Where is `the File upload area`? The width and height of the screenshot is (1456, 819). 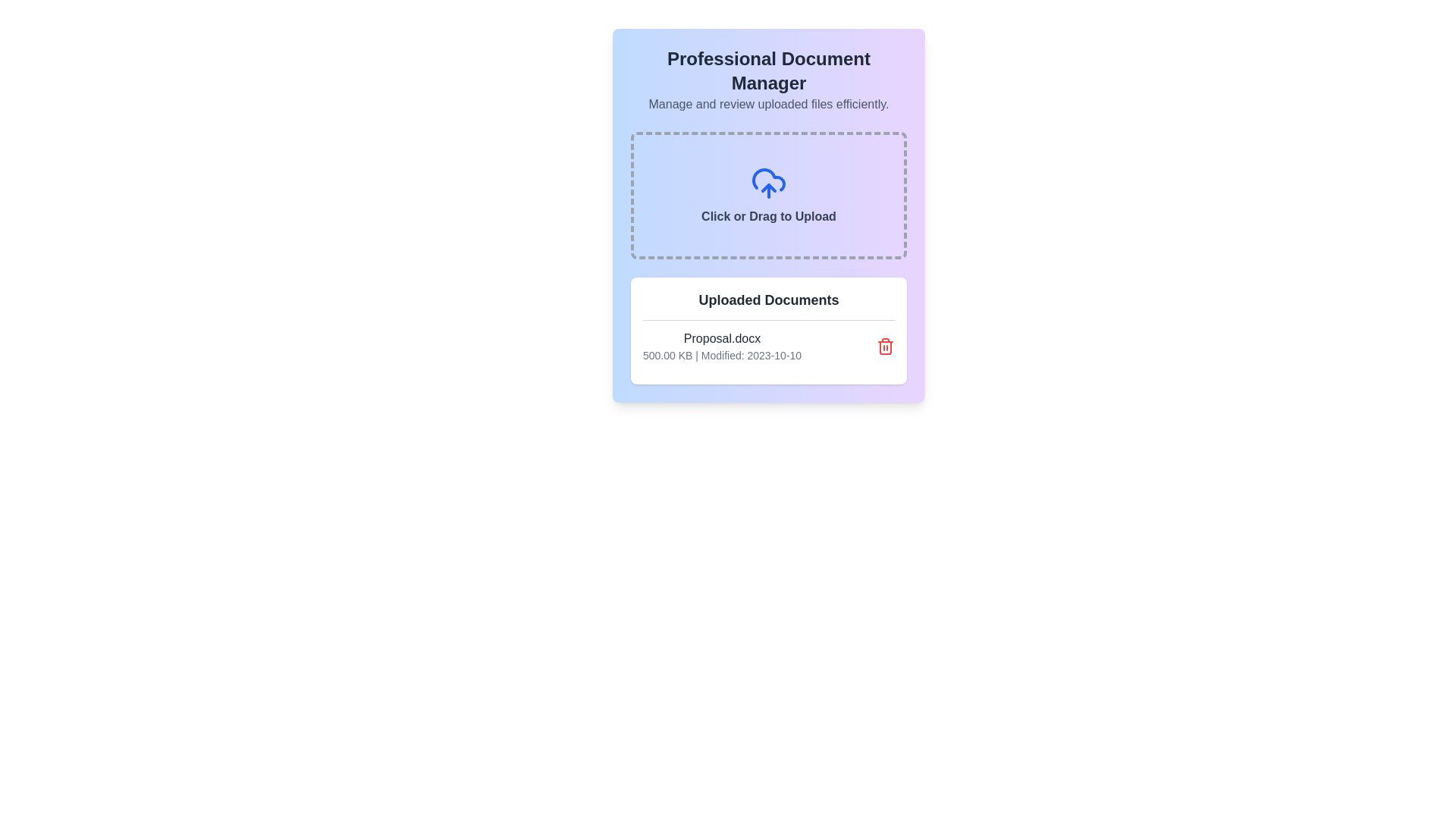 the File upload area is located at coordinates (768, 195).